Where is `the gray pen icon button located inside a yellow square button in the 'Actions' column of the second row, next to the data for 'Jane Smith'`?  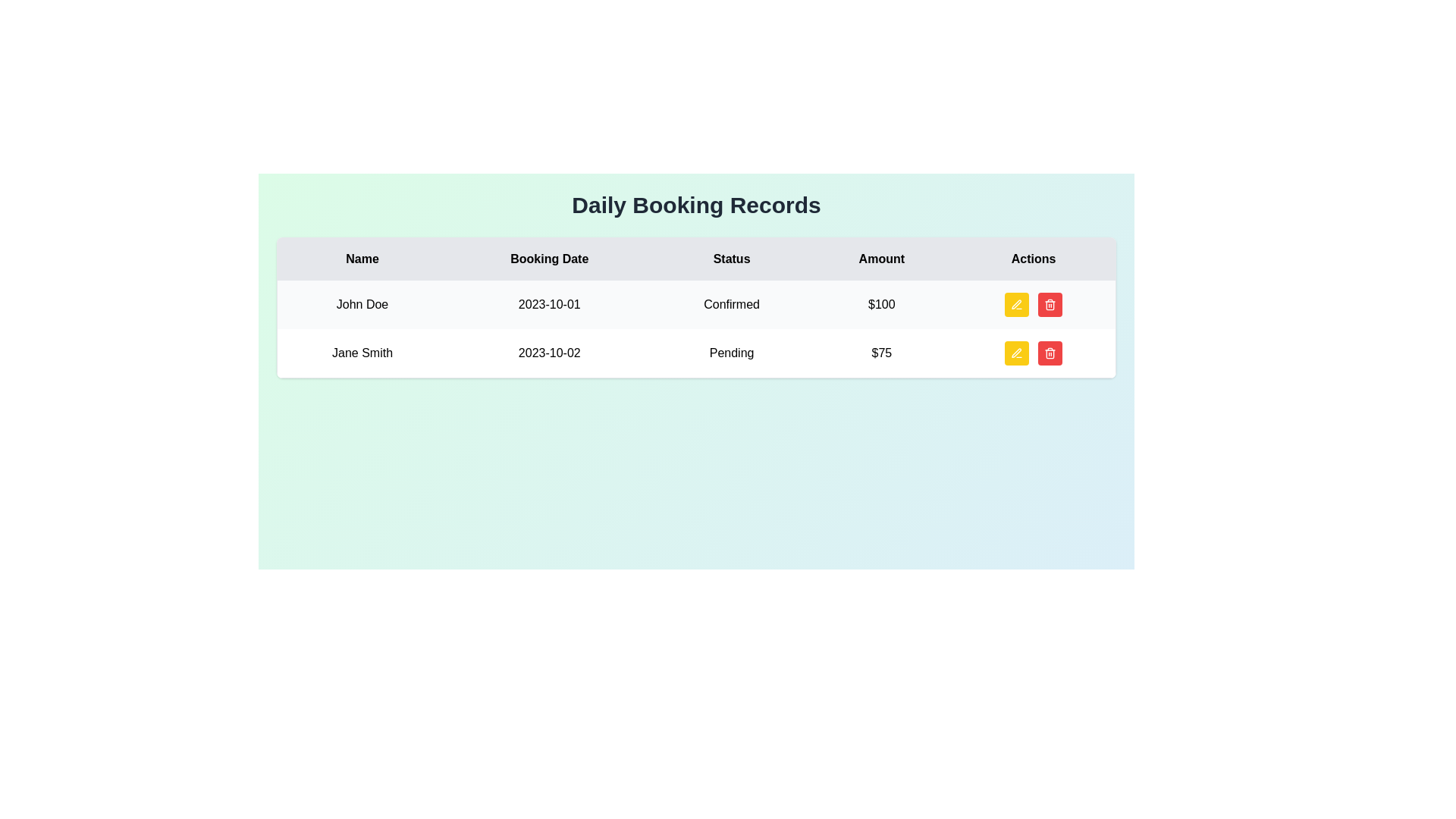
the gray pen icon button located inside a yellow square button in the 'Actions' column of the second row, next to the data for 'Jane Smith' is located at coordinates (1016, 353).